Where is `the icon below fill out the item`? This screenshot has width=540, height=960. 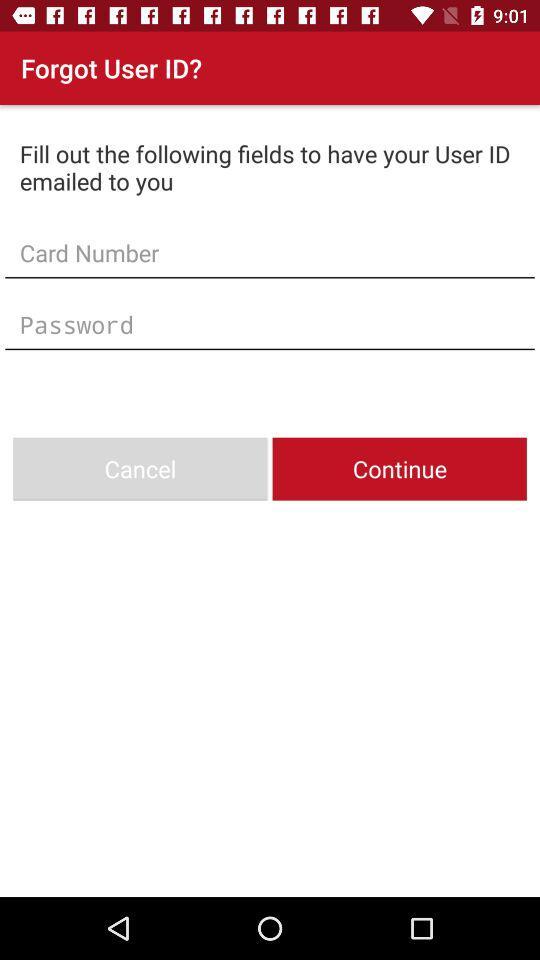
the icon below fill out the item is located at coordinates (270, 251).